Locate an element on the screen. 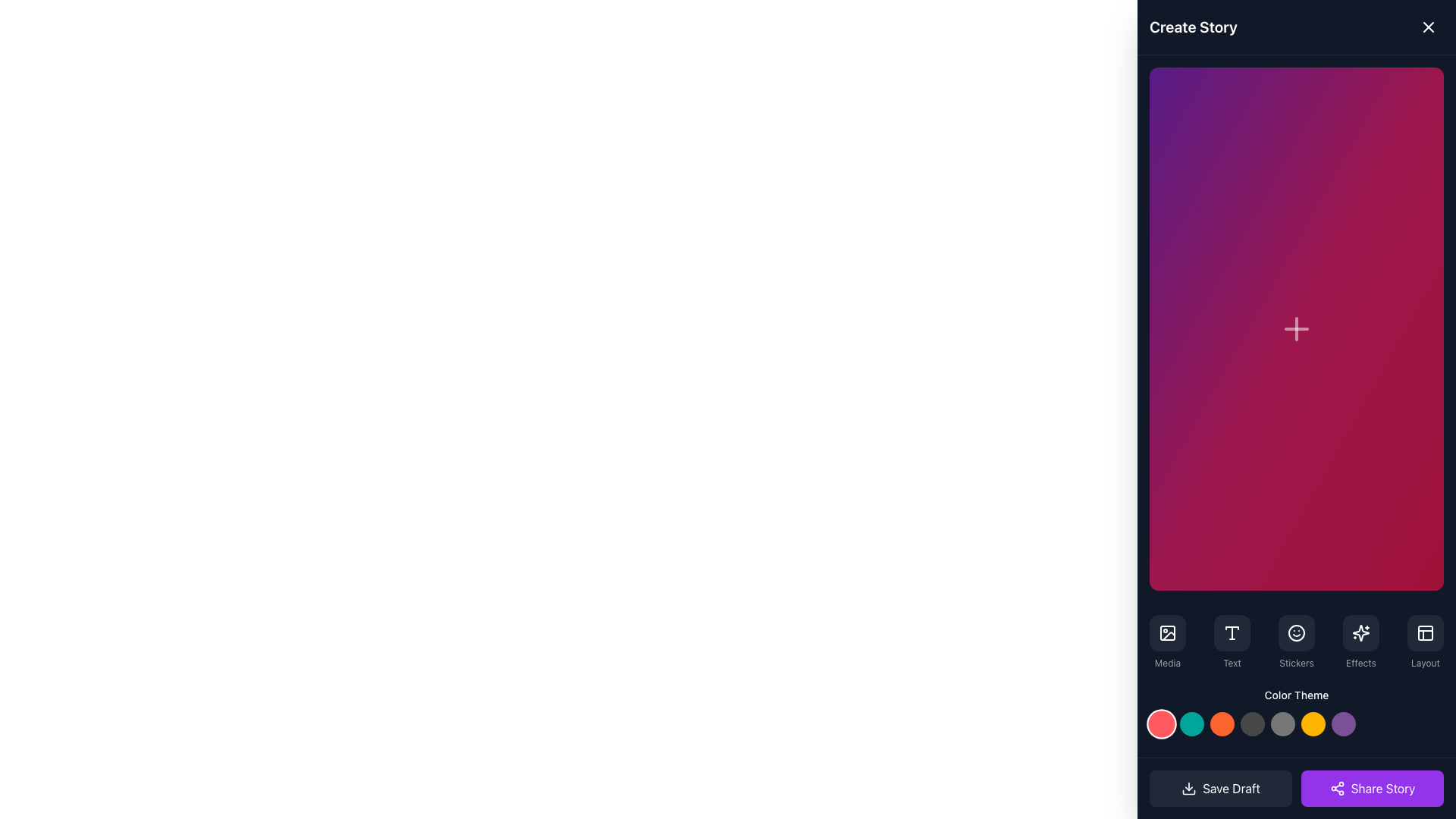  the text label located beneath the sparkles icon in the bottom toolbar of the interface, which serves as a clarification for the feature represented by that icon is located at coordinates (1361, 662).